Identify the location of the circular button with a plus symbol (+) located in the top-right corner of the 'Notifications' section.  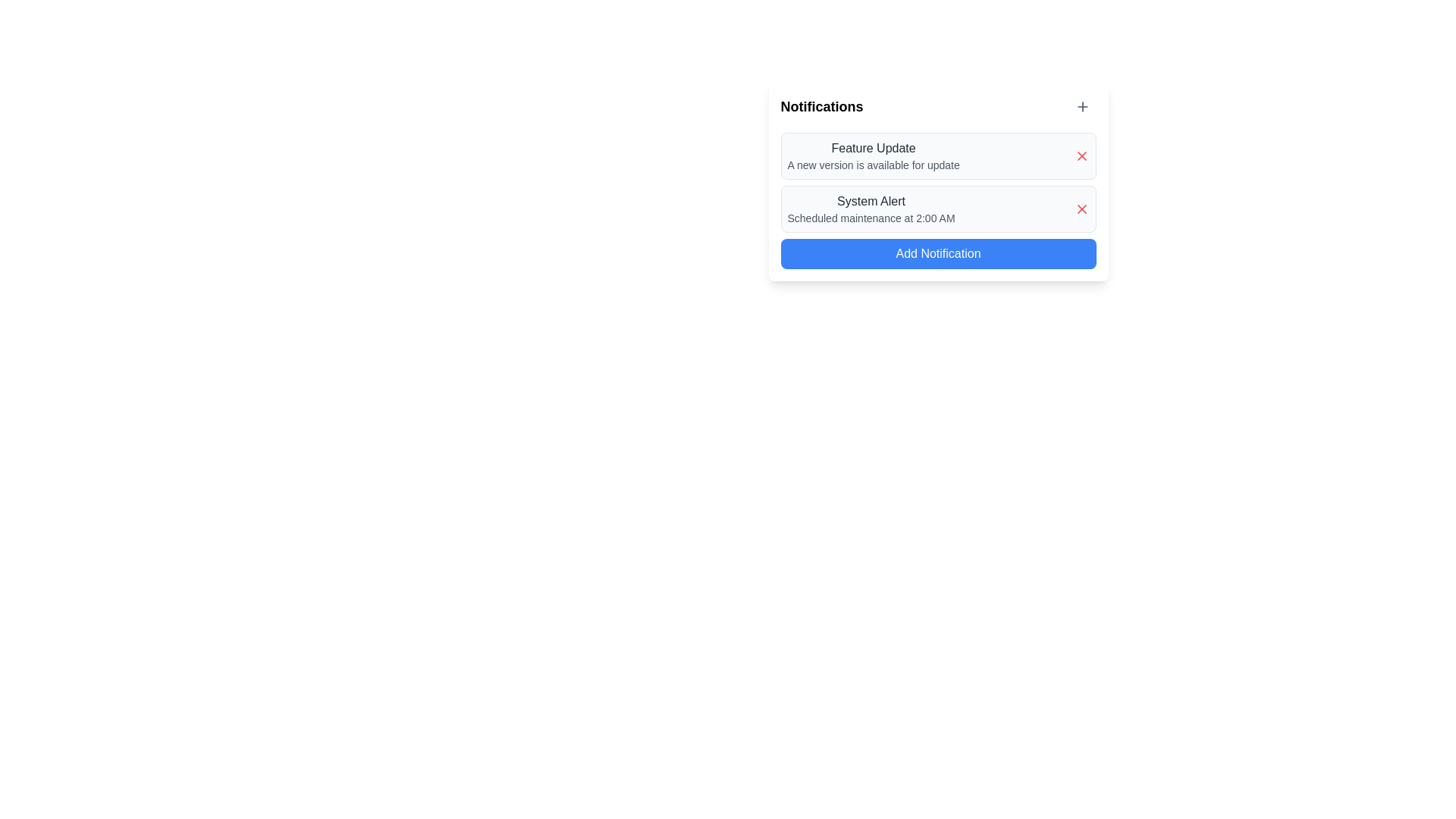
(1081, 106).